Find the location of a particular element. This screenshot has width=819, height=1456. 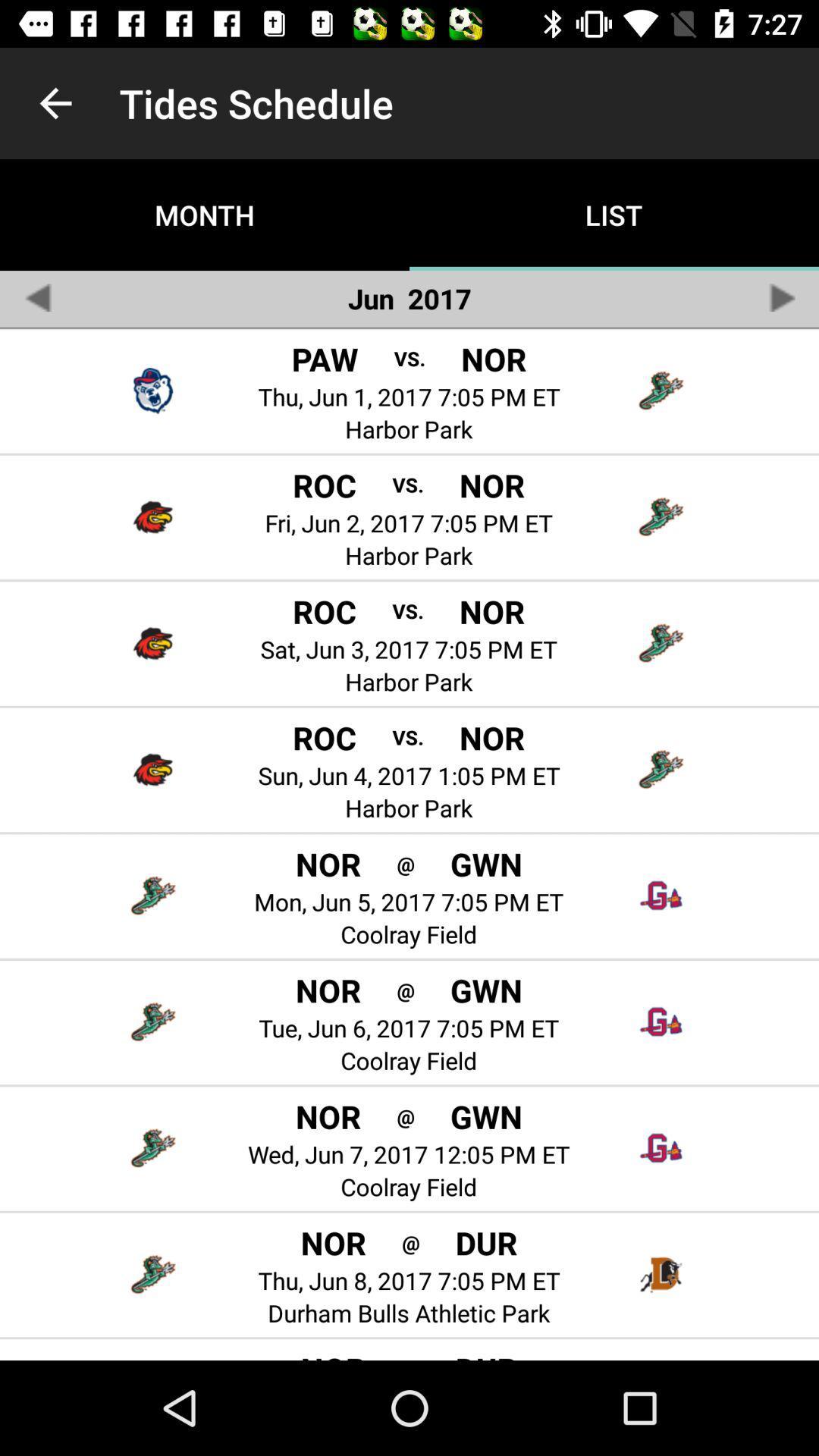

previous is located at coordinates (36, 297).